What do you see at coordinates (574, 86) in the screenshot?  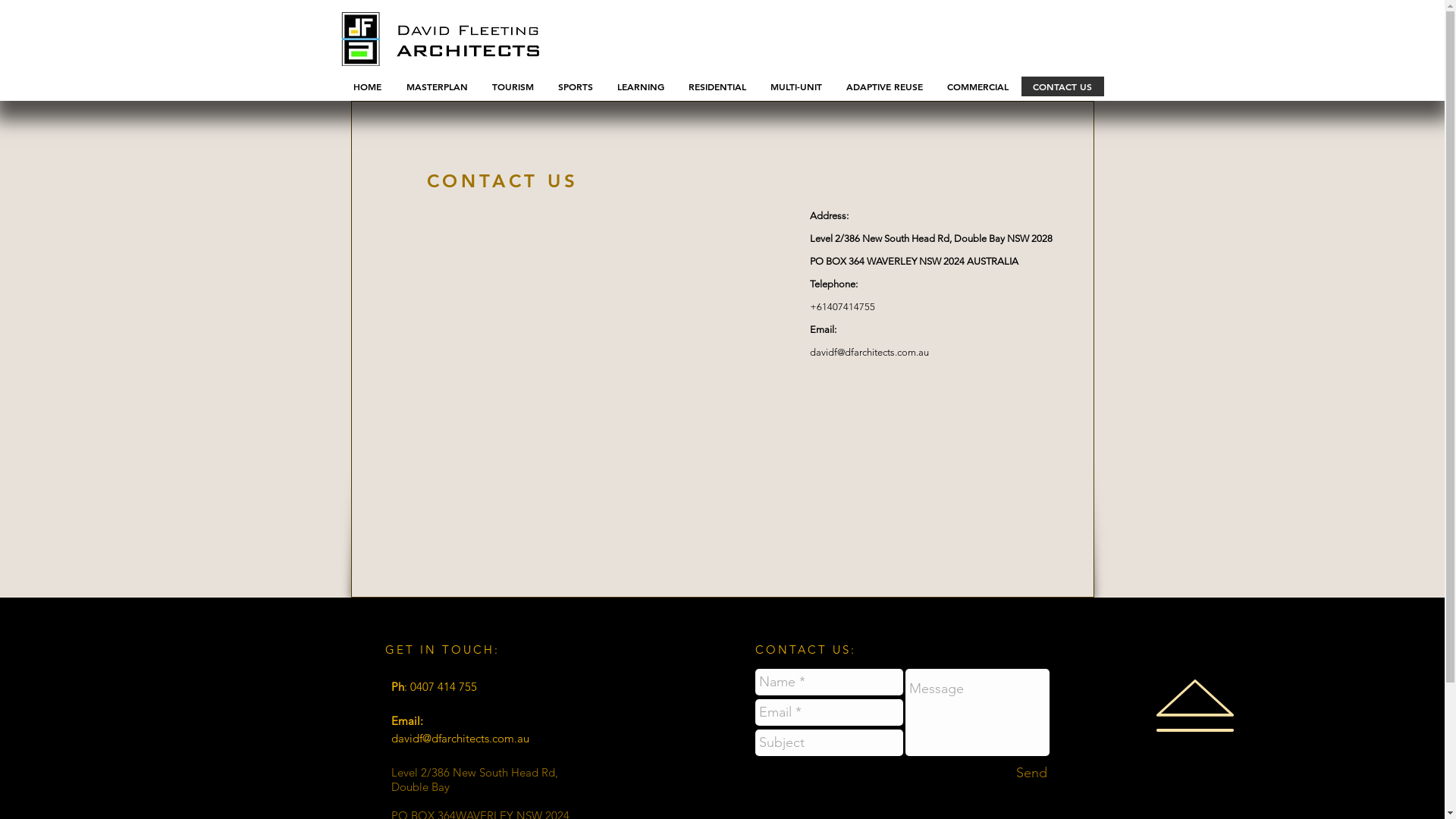 I see `'SPORTS'` at bounding box center [574, 86].